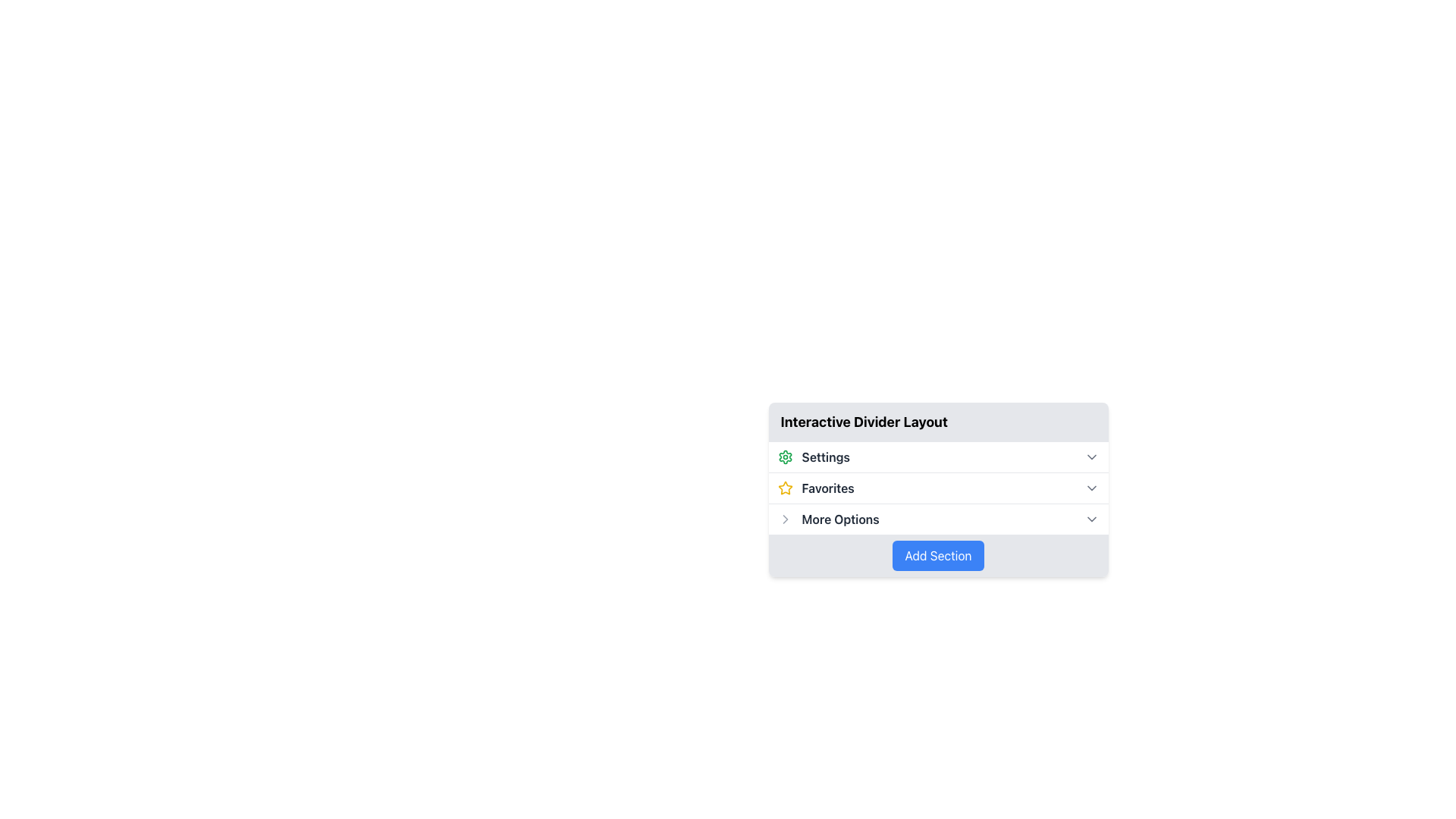  Describe the element at coordinates (827, 519) in the screenshot. I see `the 'More Options' Text Label with Icon Indicator, which is the third item in the 'Interactive Divider Layout' panel, following 'Settings' and 'Favorites'` at that location.